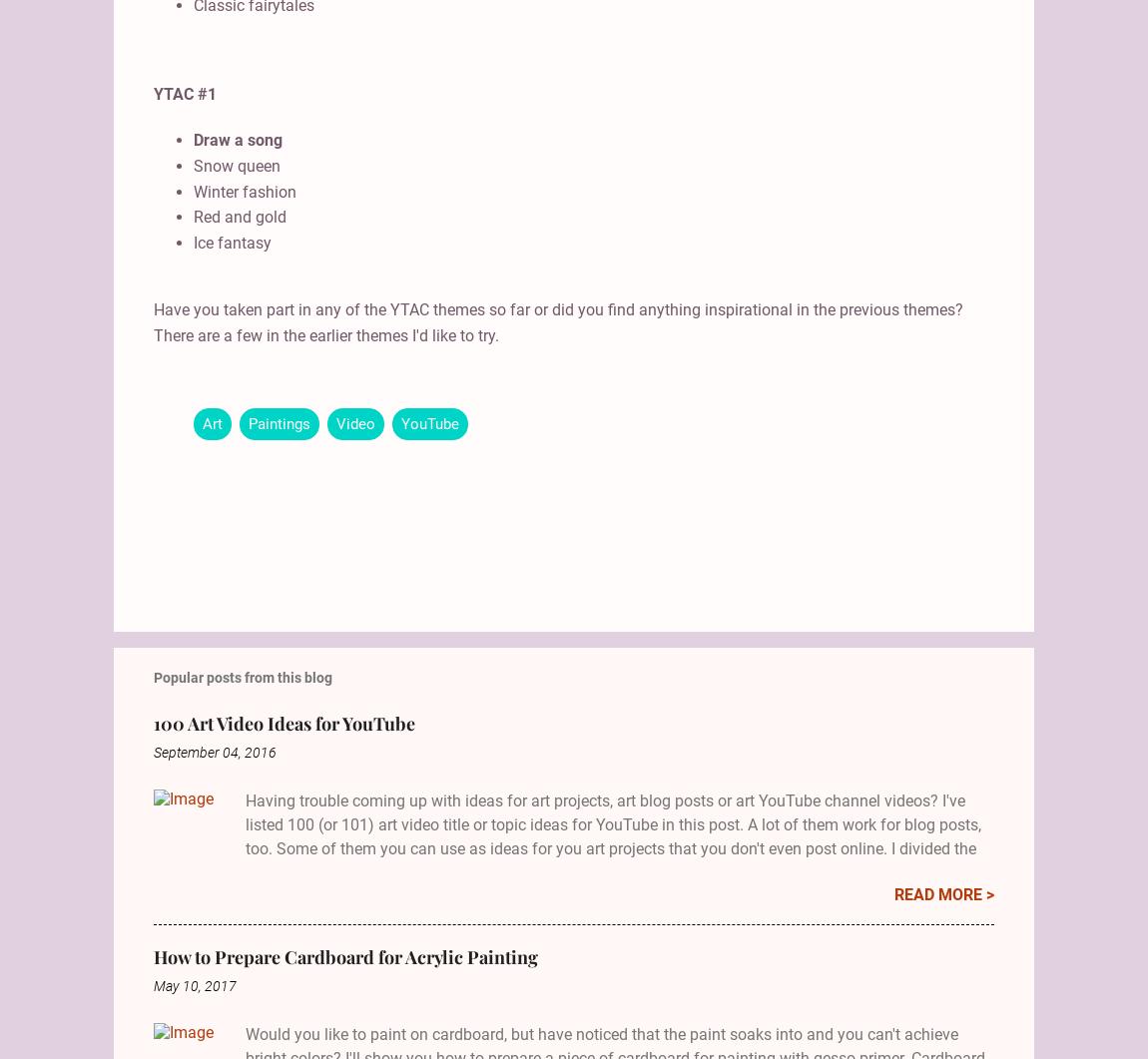 This screenshot has width=1148, height=1059. I want to click on 'Winter fashion', so click(244, 190).